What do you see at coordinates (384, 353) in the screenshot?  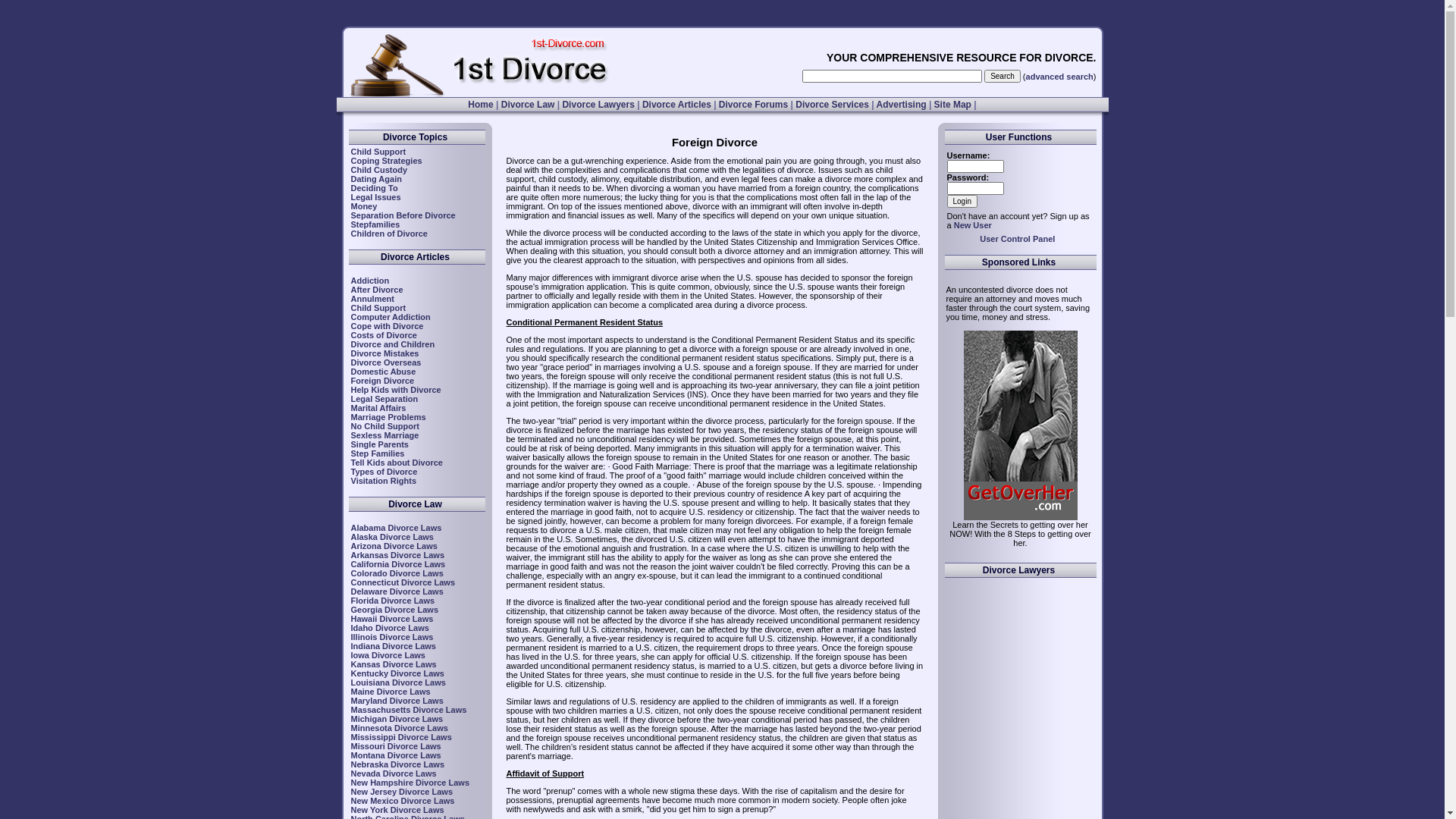 I see `'Divorce Mistakes'` at bounding box center [384, 353].